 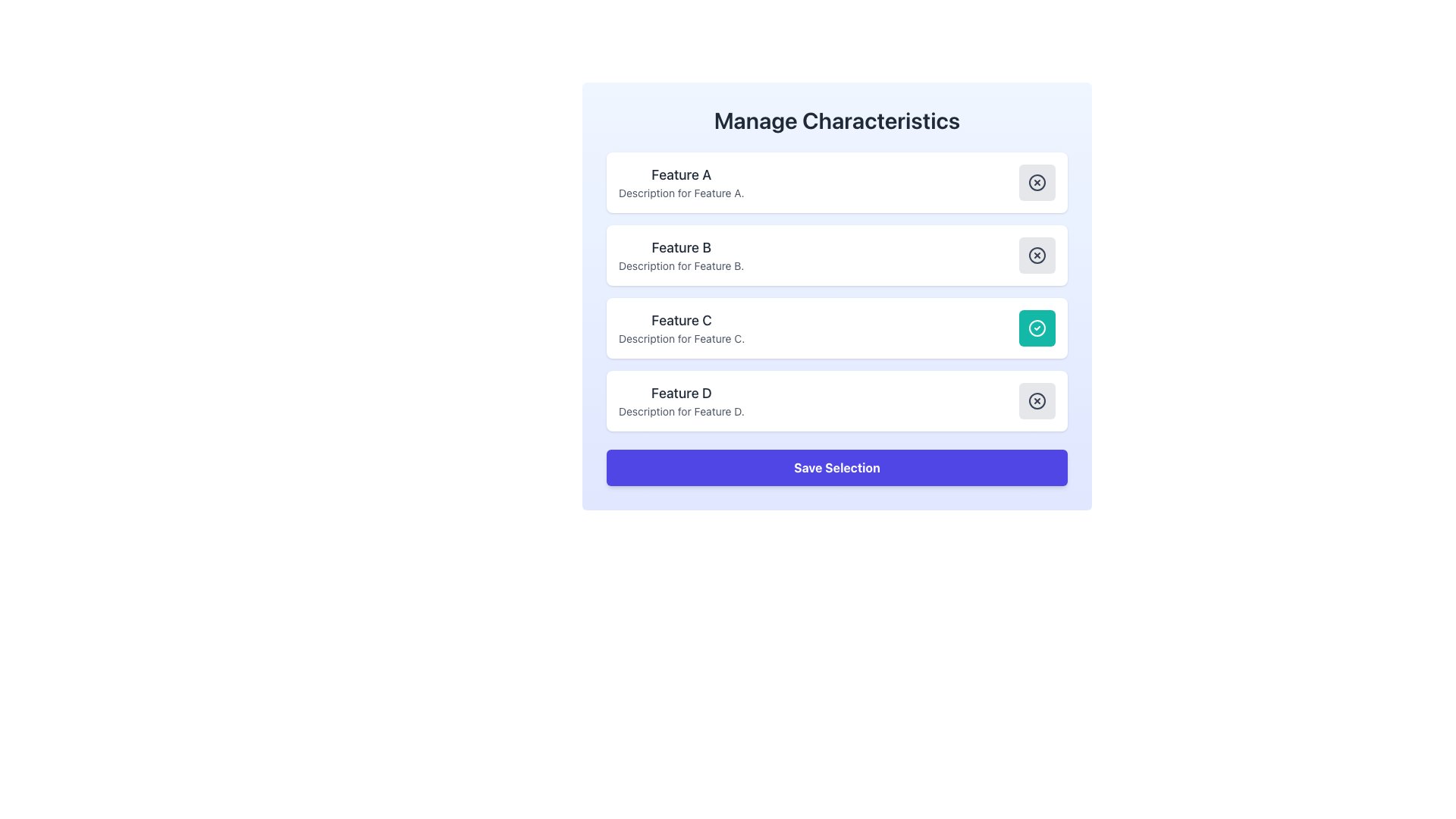 I want to click on the text label providing additional descriptive information related to 'Feature A', positioned below the text 'Feature A' in the list under 'Manage Characteristics', so click(x=680, y=192).